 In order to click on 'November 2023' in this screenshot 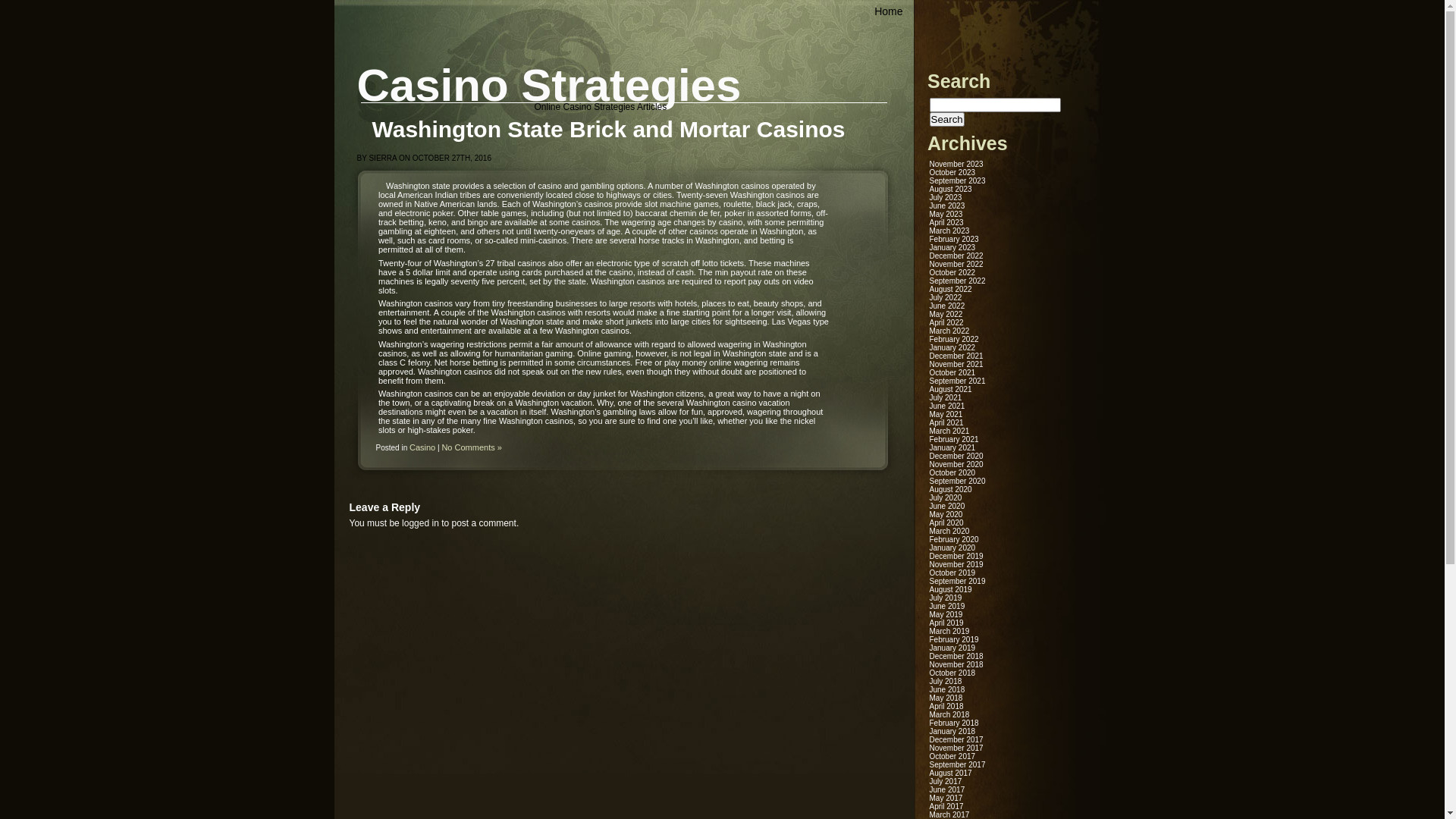, I will do `click(955, 164)`.